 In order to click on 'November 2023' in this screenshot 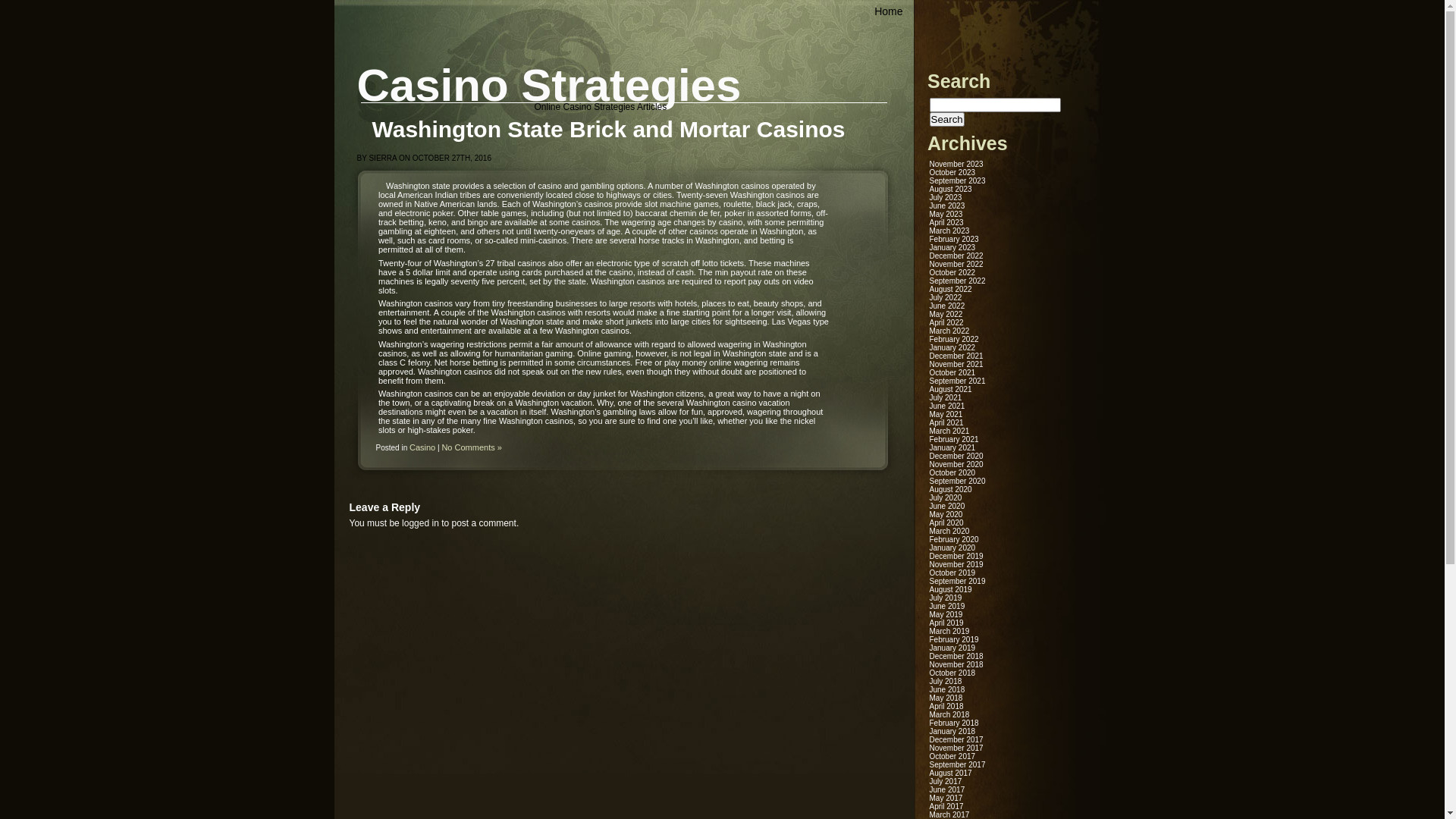, I will do `click(955, 164)`.